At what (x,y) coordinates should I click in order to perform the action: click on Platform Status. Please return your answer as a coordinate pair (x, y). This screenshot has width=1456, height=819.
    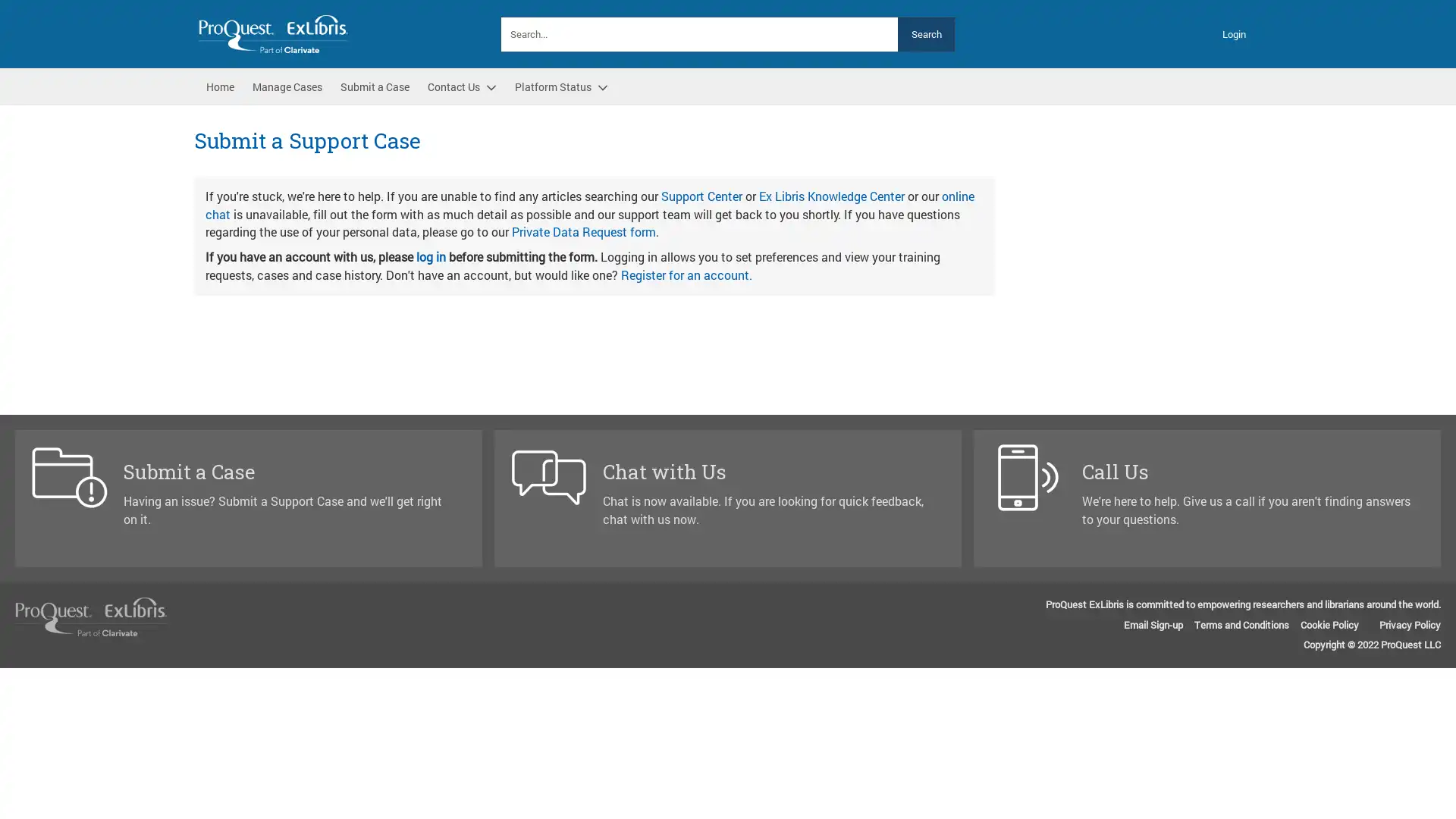
    Looking at the image, I should click on (560, 86).